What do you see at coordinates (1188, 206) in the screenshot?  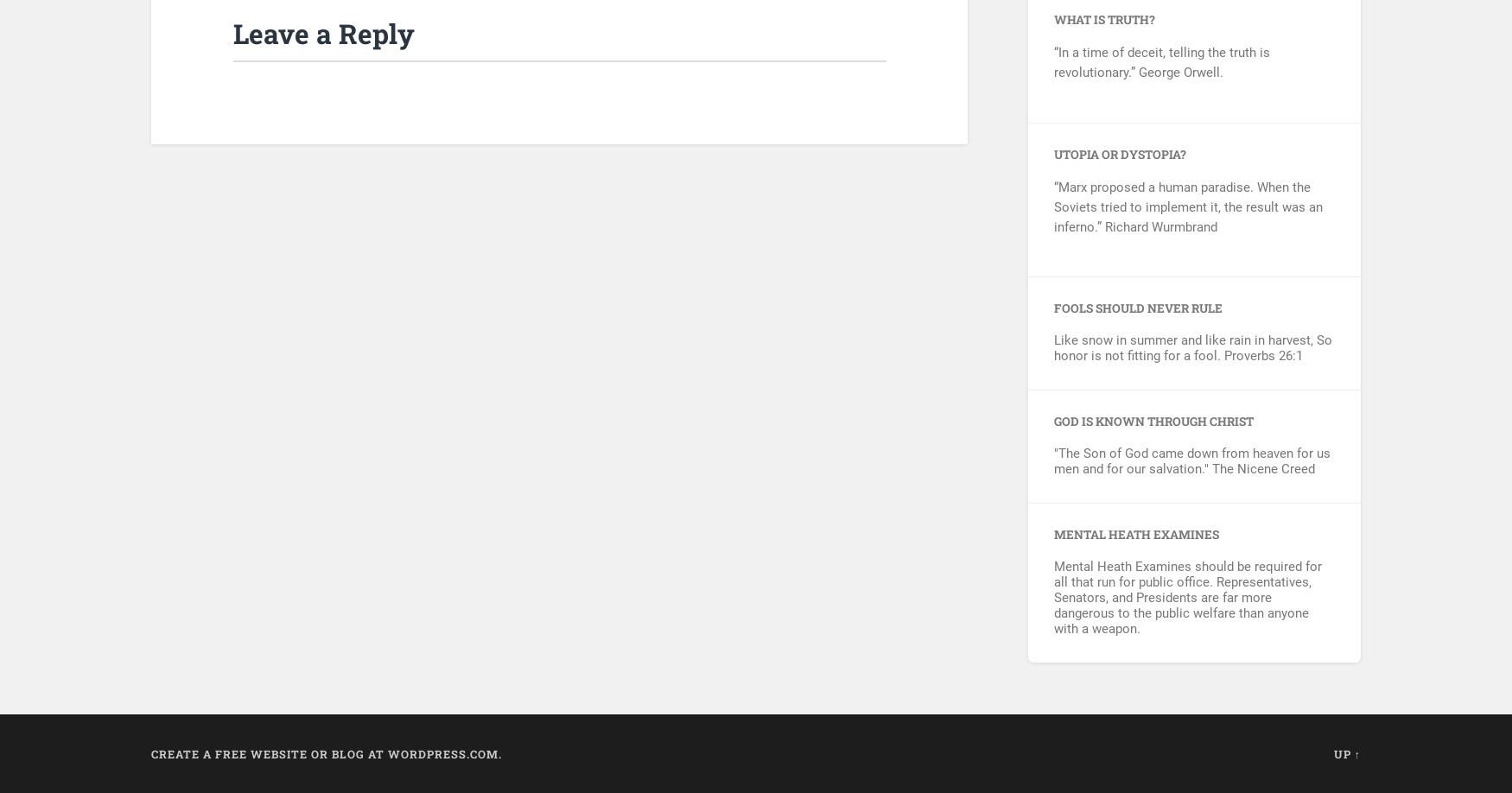 I see `'“Marx proposed a human paradise. When the Soviets tried to implement it, the result was an inferno.” Richard Wurmbrand'` at bounding box center [1188, 206].